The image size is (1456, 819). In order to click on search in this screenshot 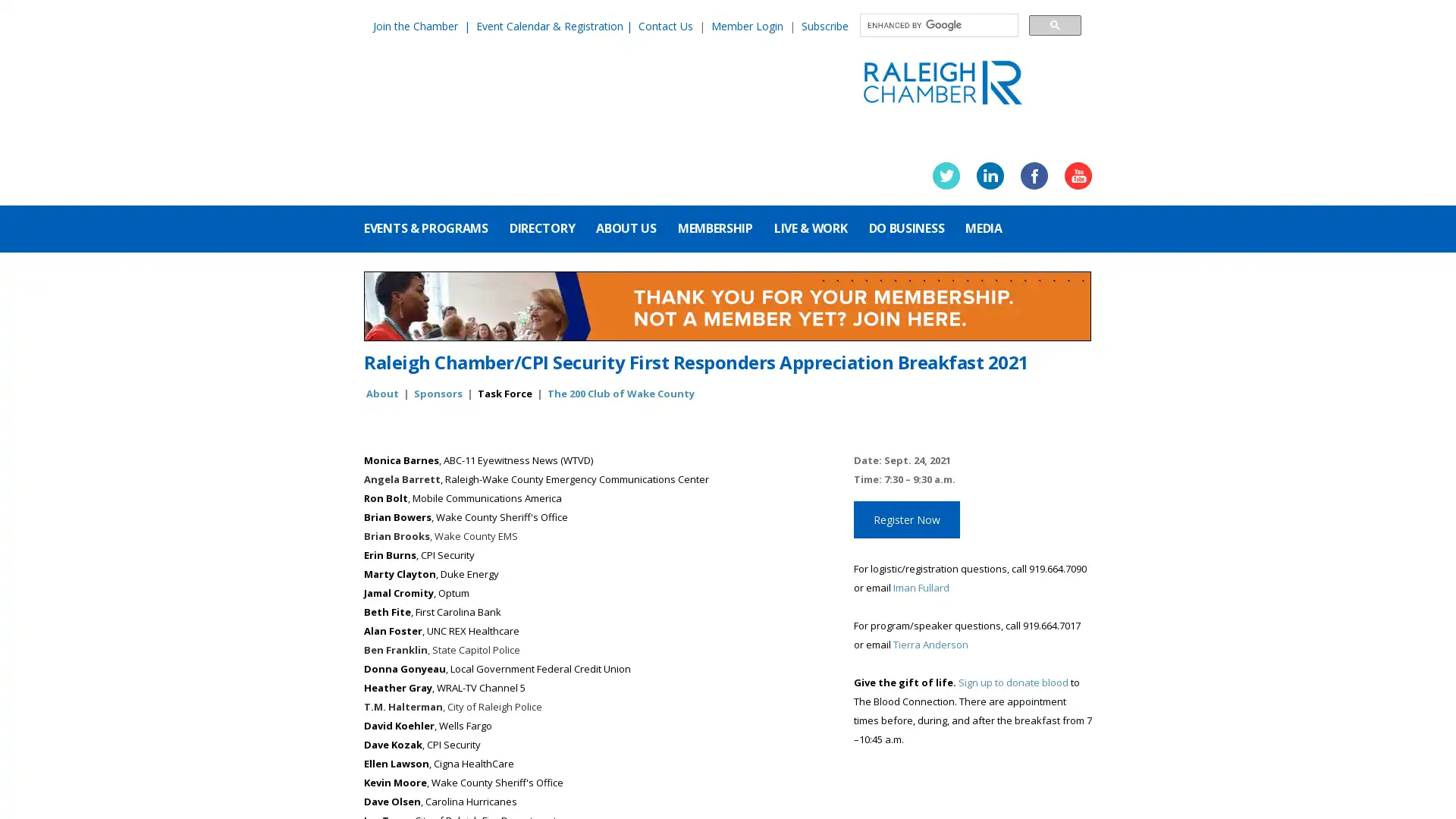, I will do `click(1054, 24)`.